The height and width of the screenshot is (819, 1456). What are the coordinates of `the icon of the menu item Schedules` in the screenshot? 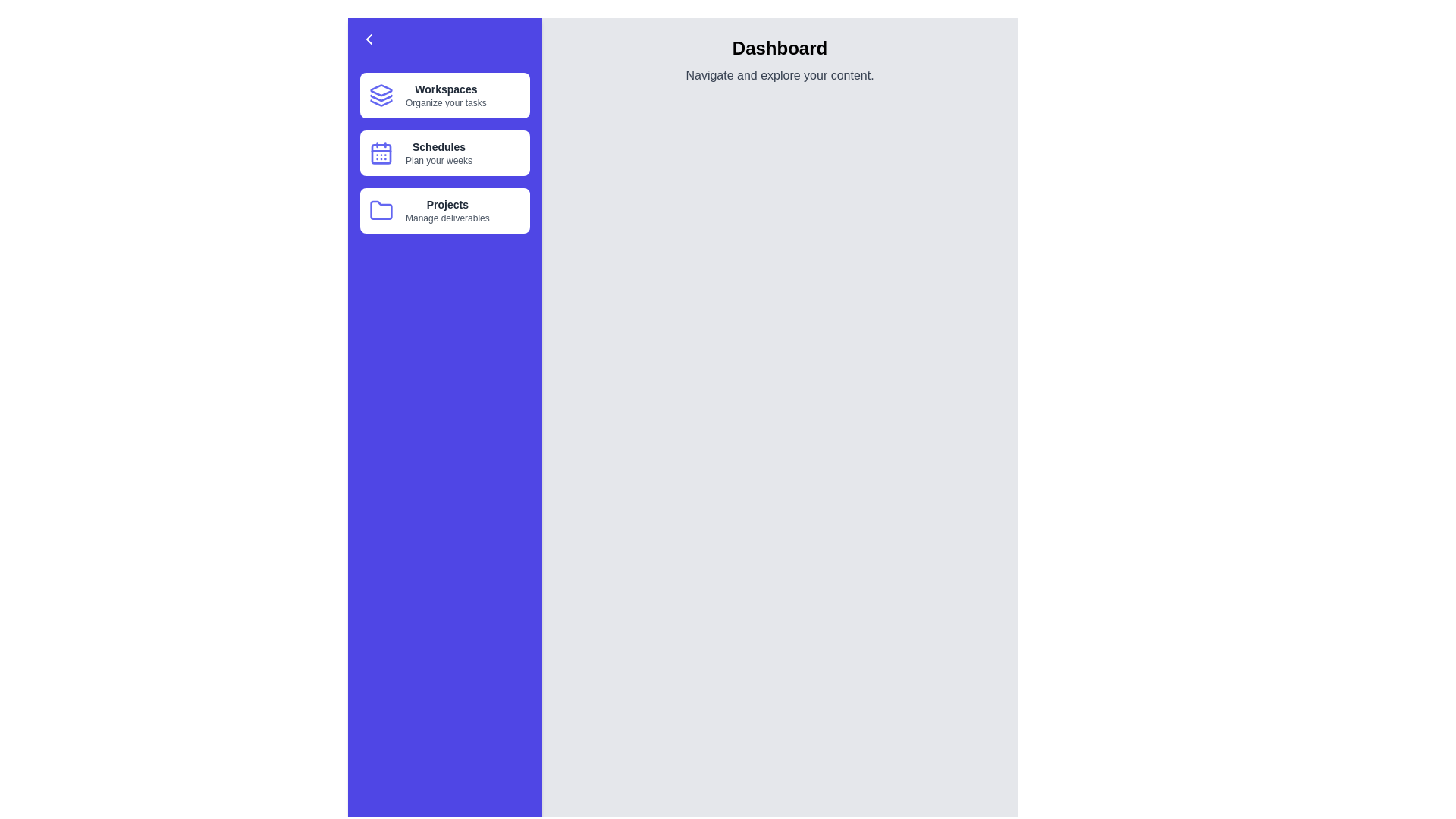 It's located at (381, 152).